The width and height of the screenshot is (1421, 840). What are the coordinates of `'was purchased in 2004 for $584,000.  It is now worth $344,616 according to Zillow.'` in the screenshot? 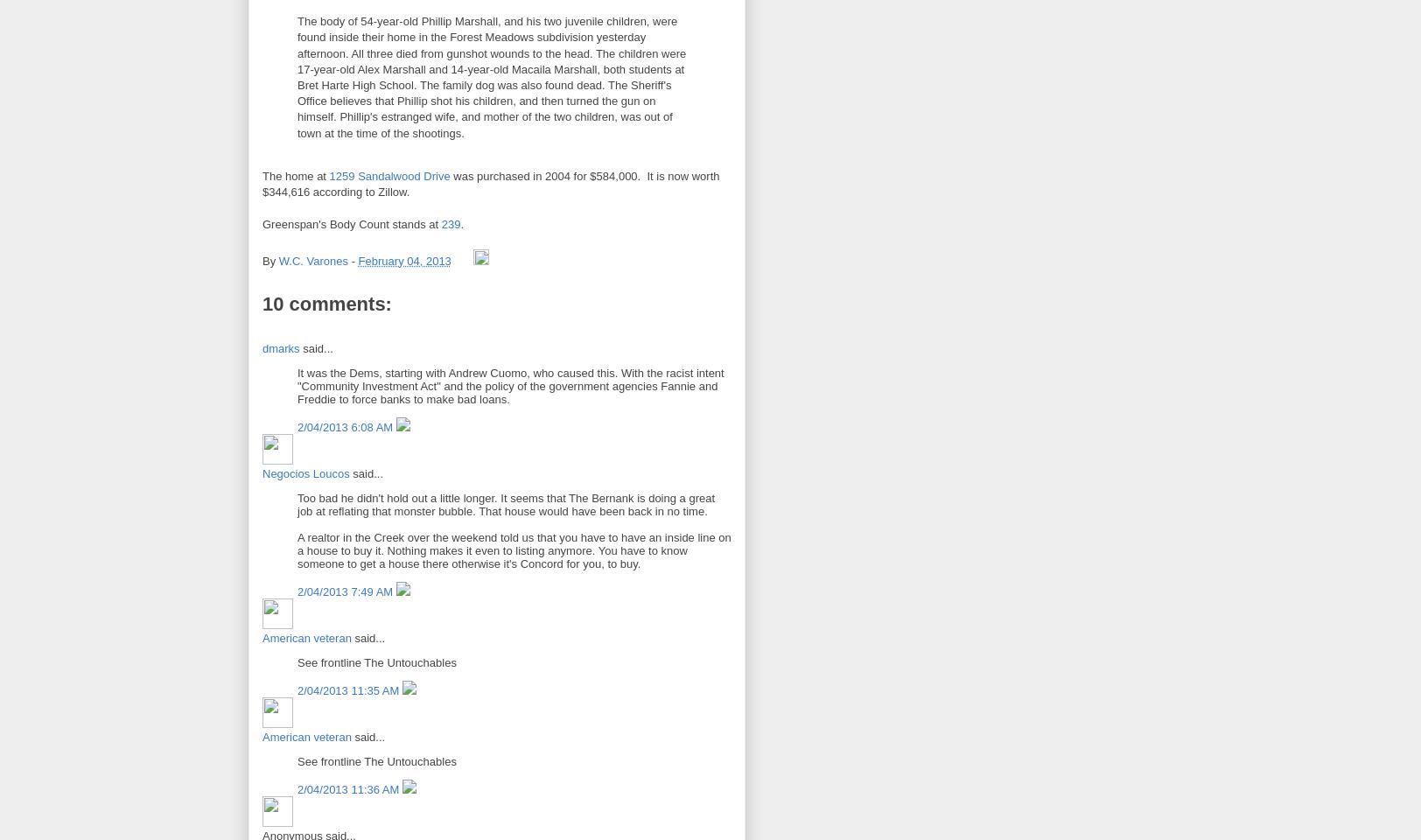 It's located at (490, 184).